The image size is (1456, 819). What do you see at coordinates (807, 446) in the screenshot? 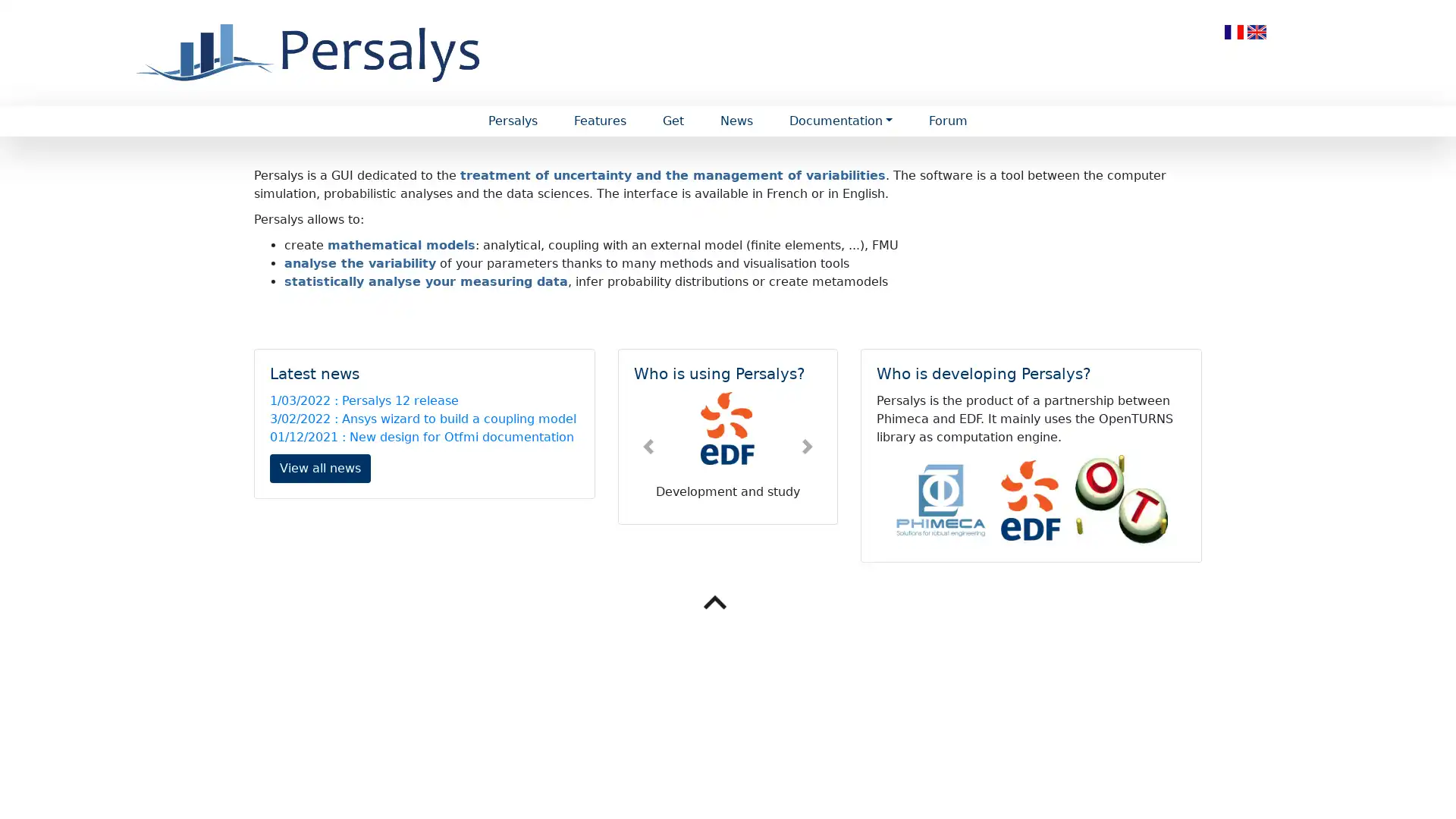
I see `Next` at bounding box center [807, 446].